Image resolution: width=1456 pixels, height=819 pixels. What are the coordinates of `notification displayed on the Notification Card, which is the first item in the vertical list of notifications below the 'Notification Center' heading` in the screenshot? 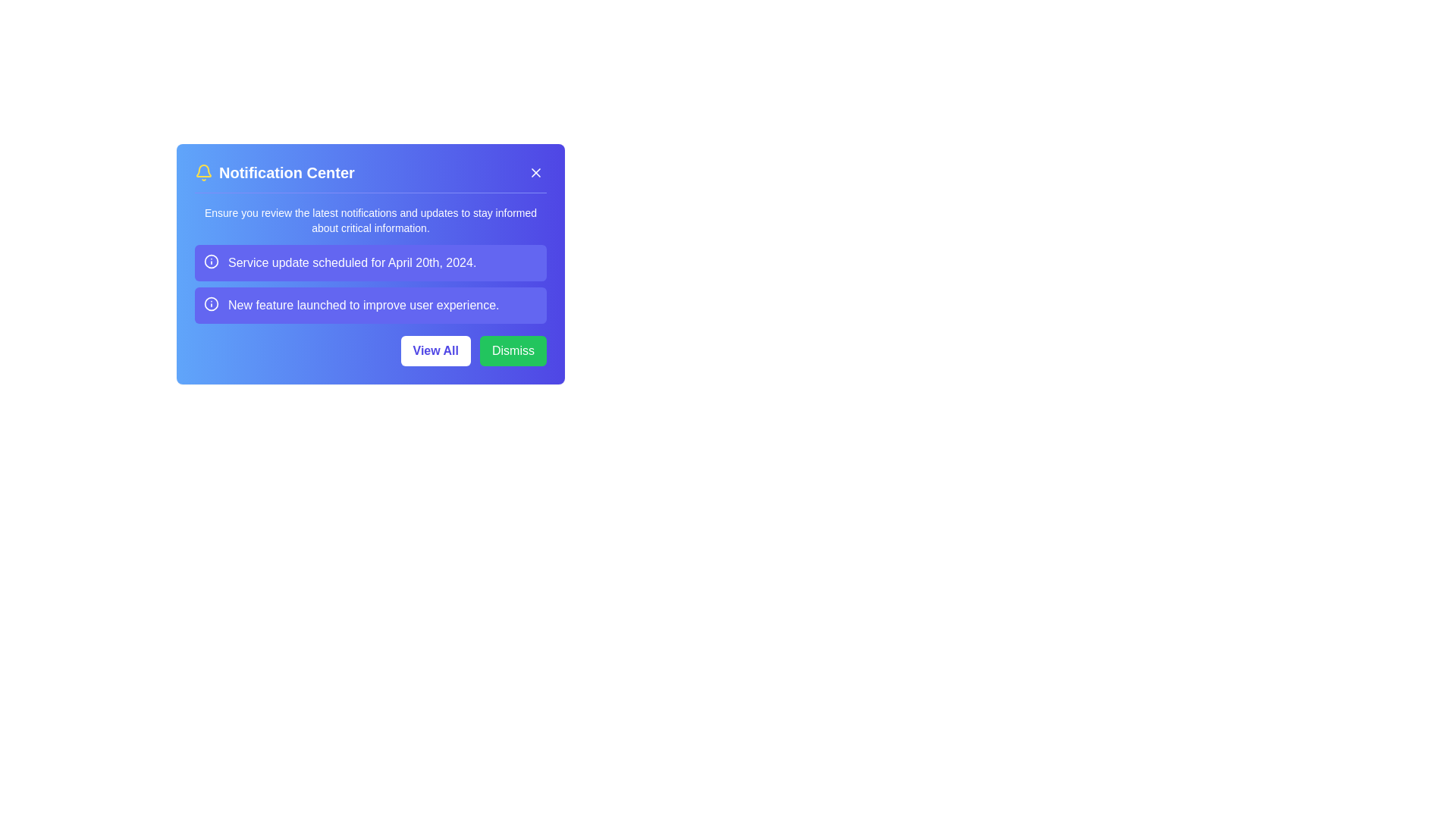 It's located at (371, 262).